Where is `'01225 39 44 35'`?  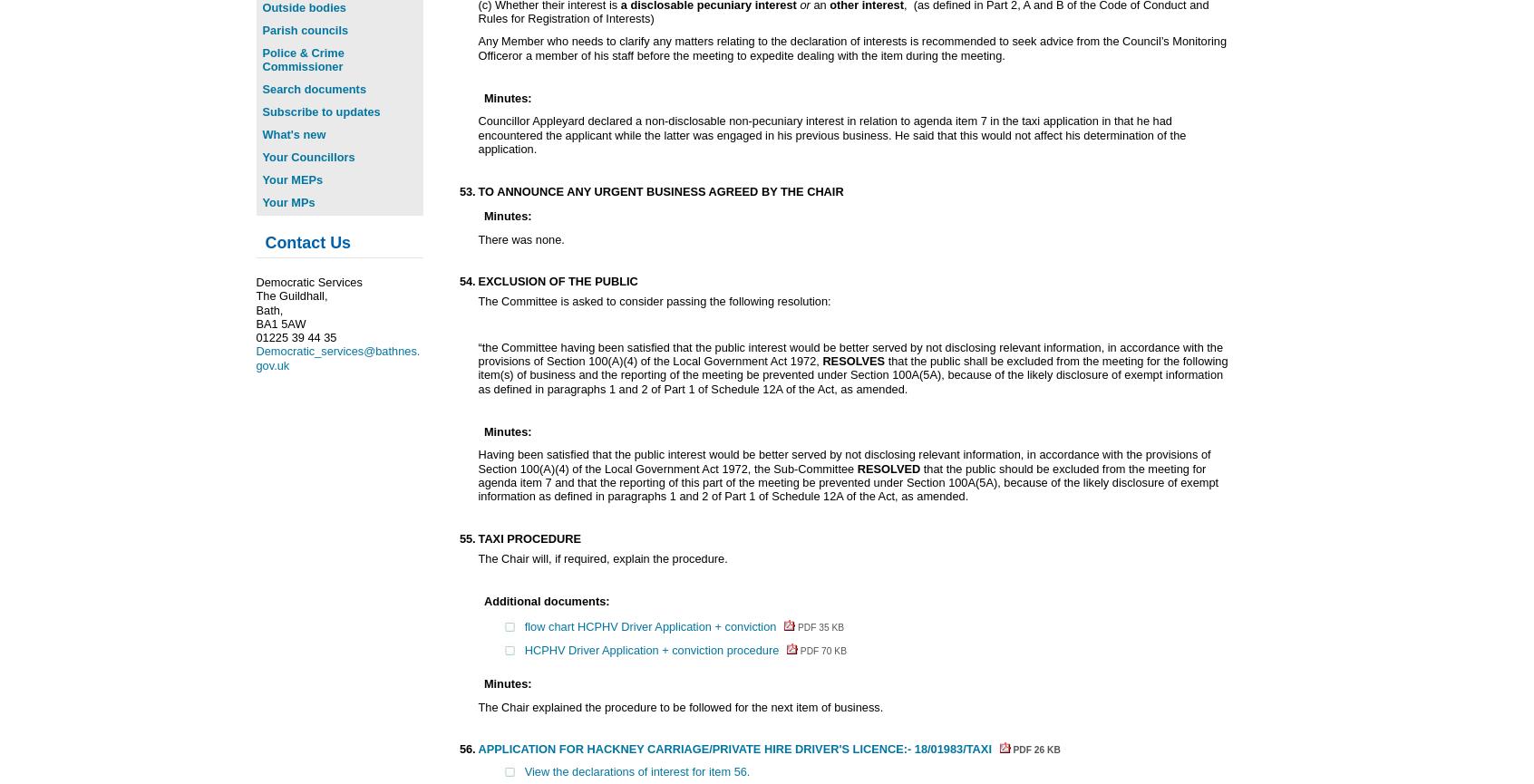
'01225 39 44 35' is located at coordinates (295, 337).